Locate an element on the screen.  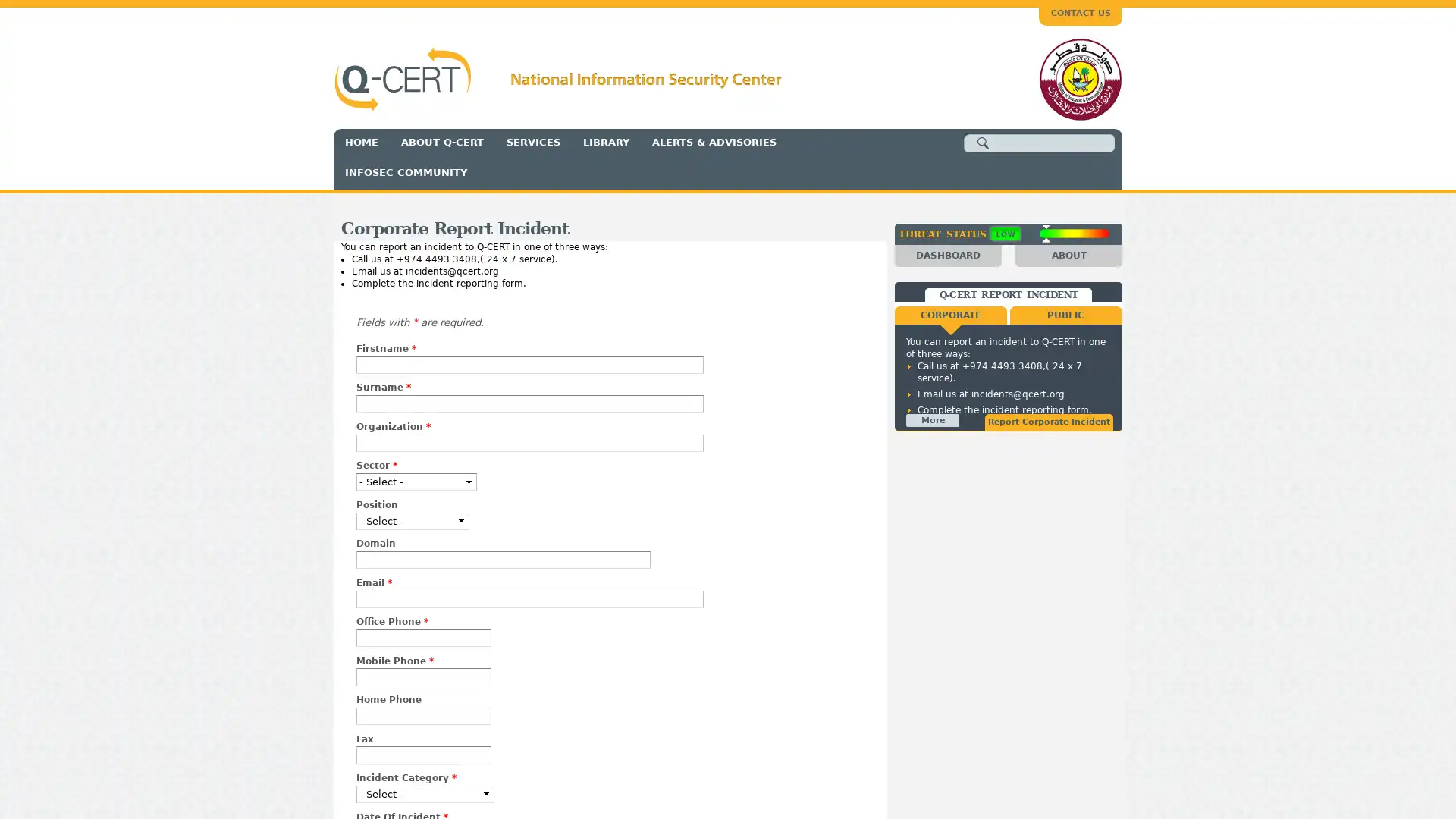
Search is located at coordinates (983, 143).